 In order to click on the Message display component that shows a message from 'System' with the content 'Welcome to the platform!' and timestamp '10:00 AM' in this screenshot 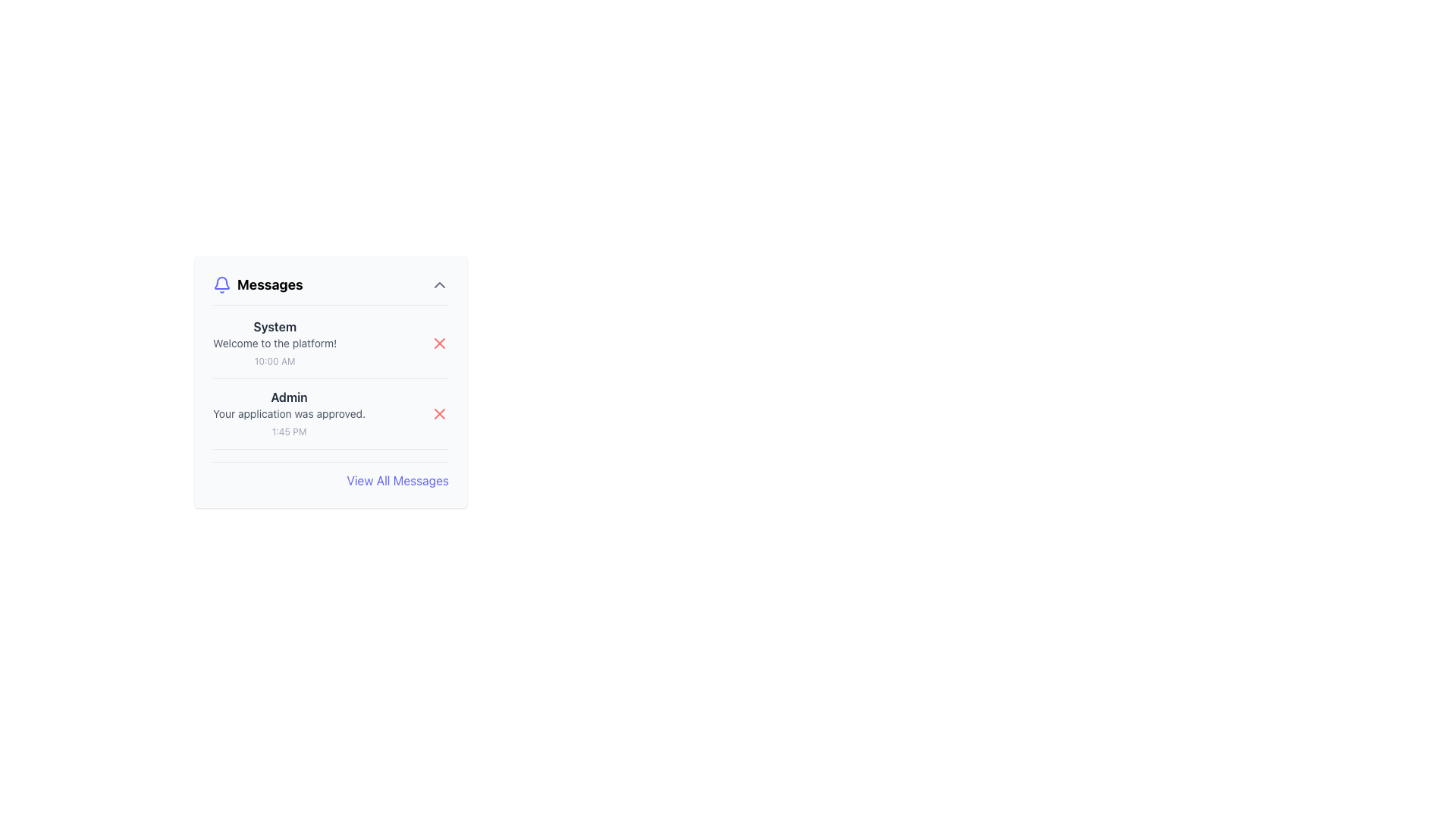, I will do `click(275, 343)`.